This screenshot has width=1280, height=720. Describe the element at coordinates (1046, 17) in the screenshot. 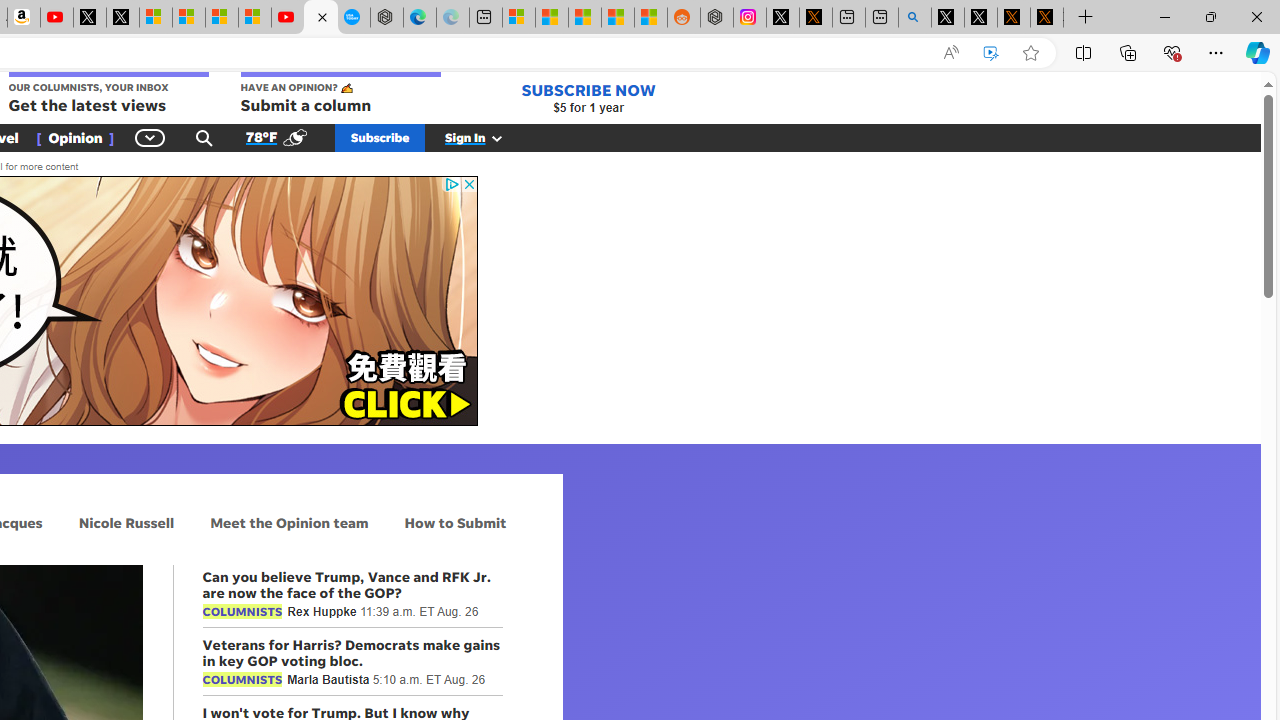

I see `'X Privacy Policy'` at that location.